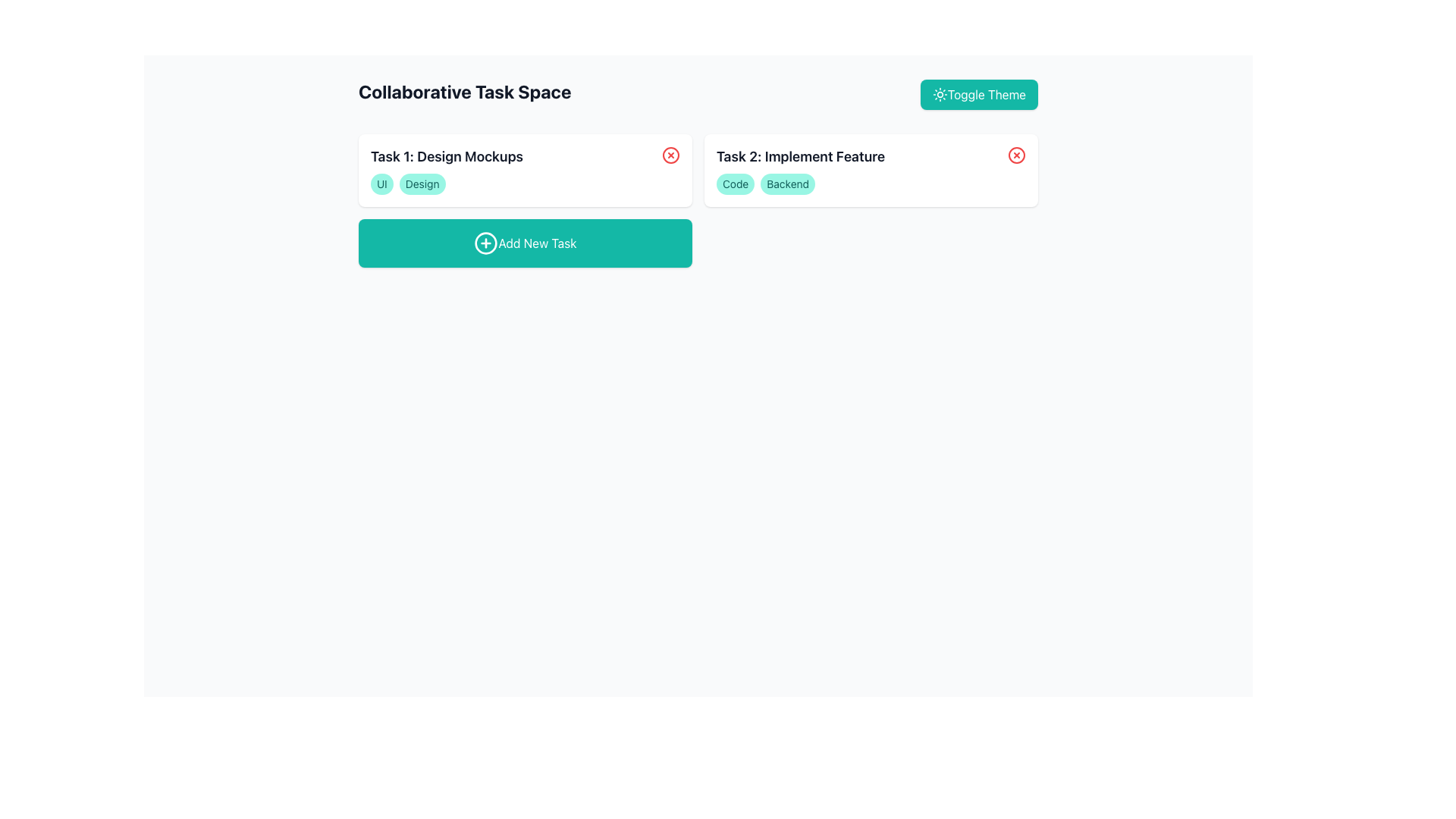  What do you see at coordinates (939, 94) in the screenshot?
I see `the theme toggle icon located at the top-right section of the interface` at bounding box center [939, 94].